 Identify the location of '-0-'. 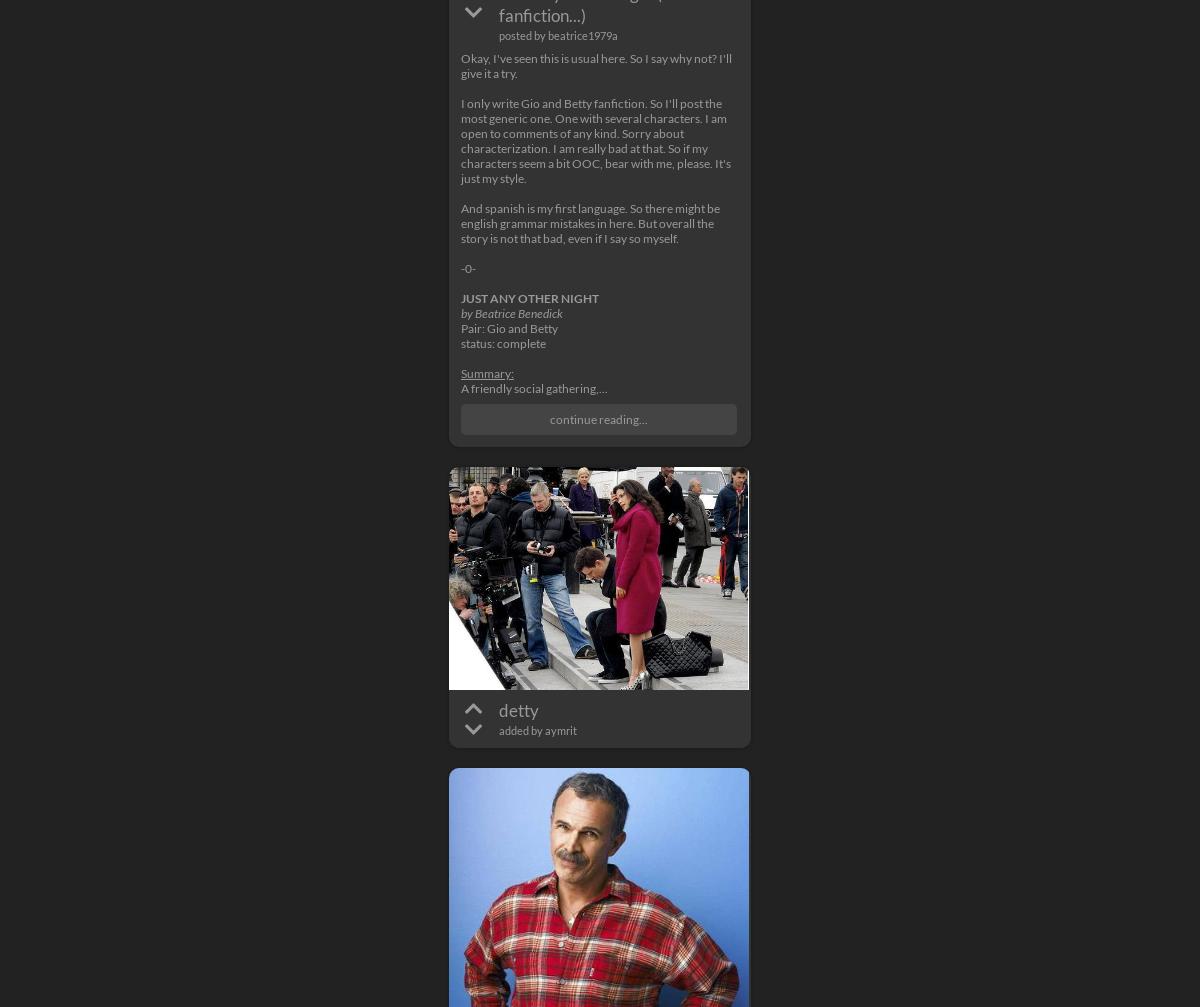
(467, 268).